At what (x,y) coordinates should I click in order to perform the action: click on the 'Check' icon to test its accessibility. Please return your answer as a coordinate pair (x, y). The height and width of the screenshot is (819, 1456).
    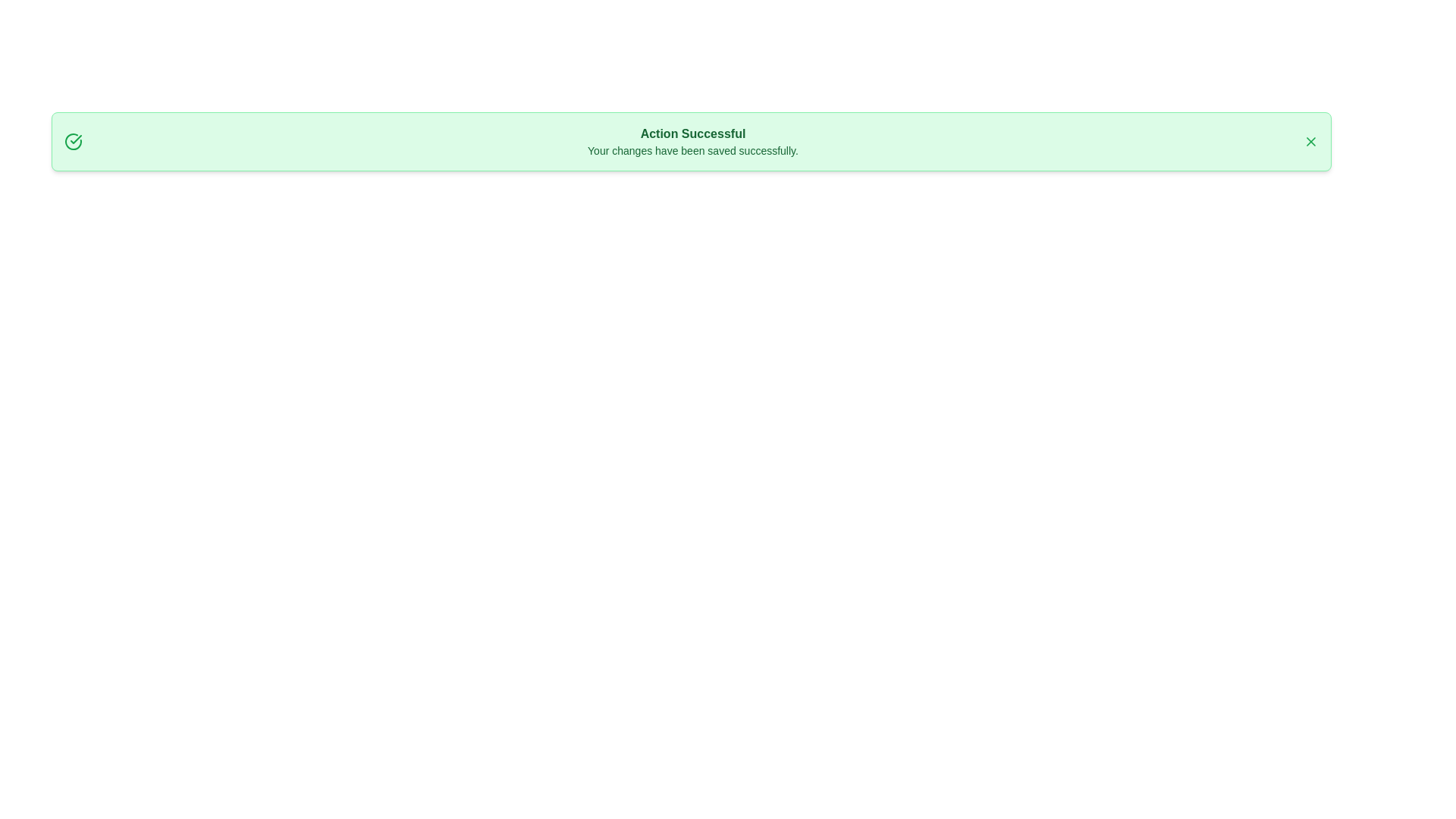
    Looking at the image, I should click on (72, 141).